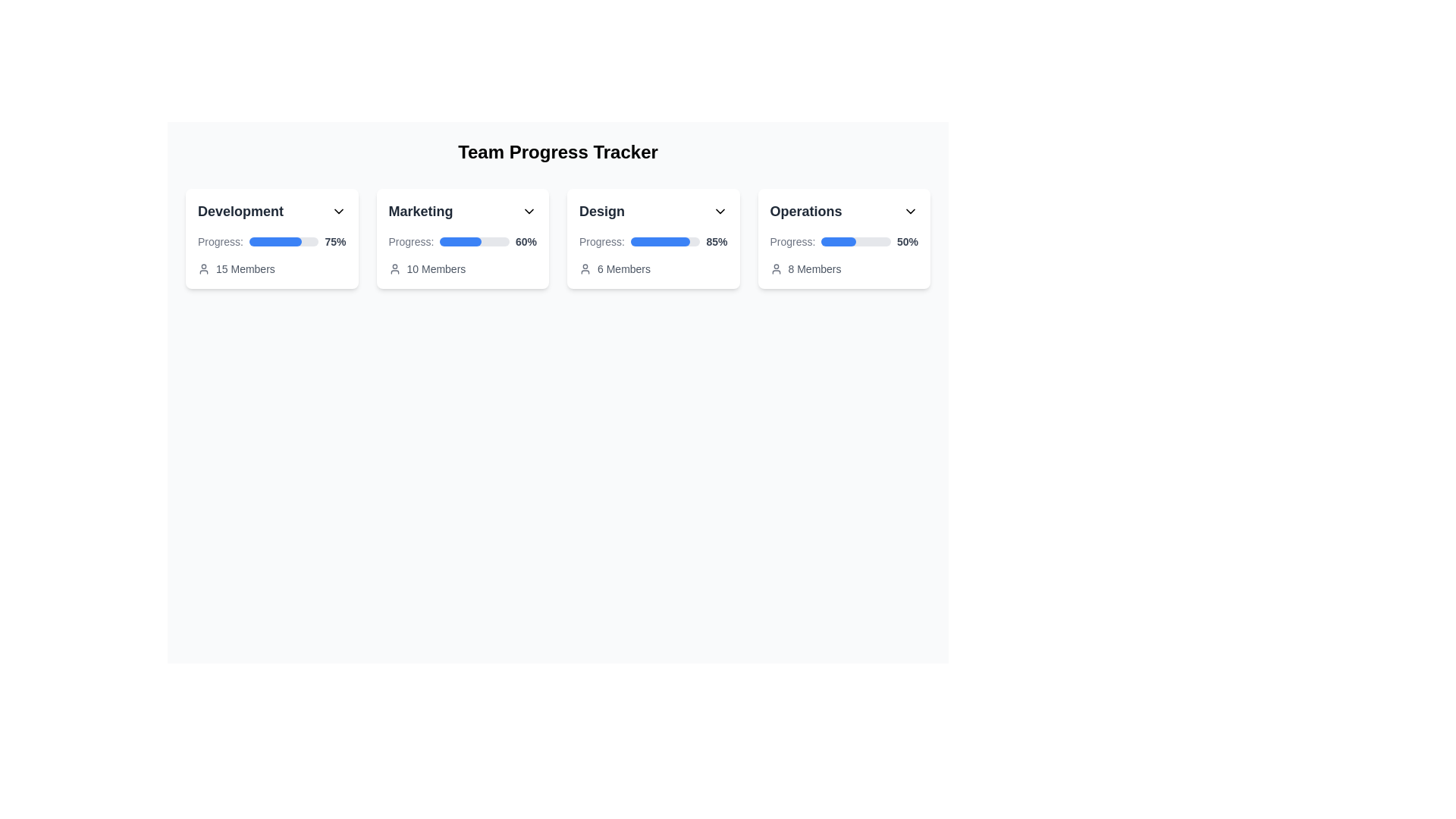 The width and height of the screenshot is (1456, 819). Describe the element at coordinates (394, 268) in the screenshot. I see `the small gray user icon with rounded edges located to the left of the '10 Members' text in the Marketing card` at that location.